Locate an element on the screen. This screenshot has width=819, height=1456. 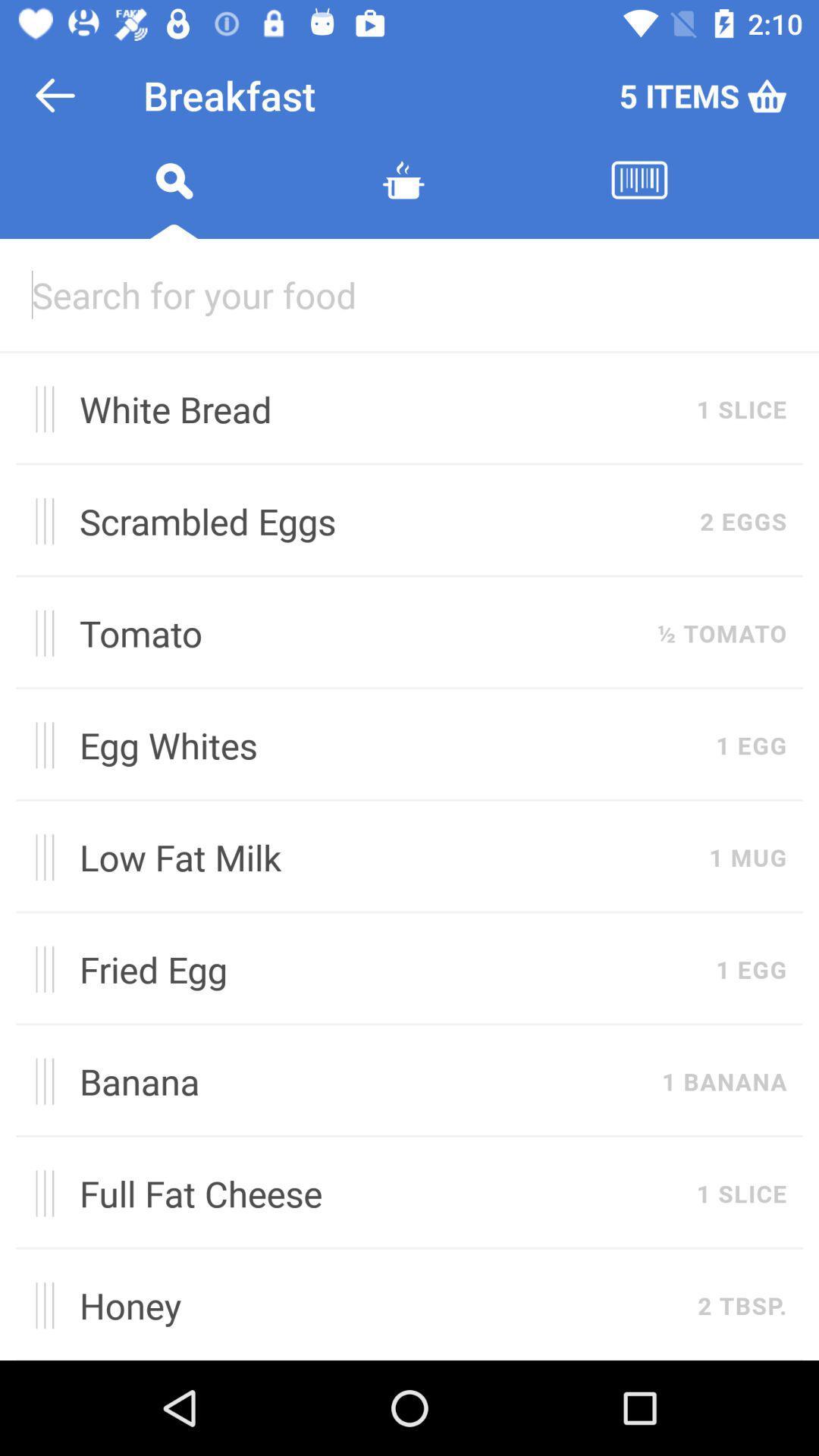
the book icon is located at coordinates (639, 198).